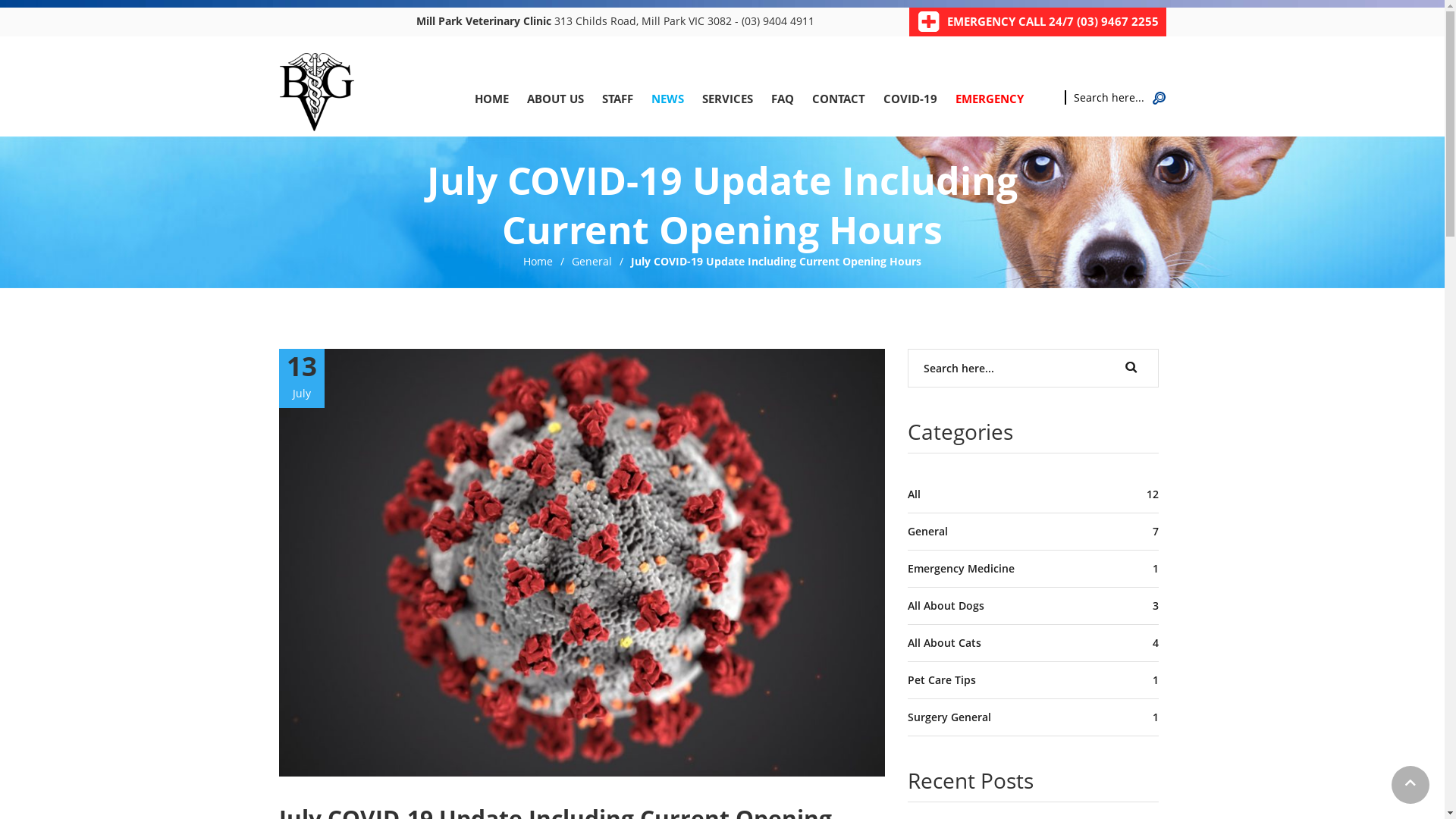  Describe the element at coordinates (1031, 717) in the screenshot. I see `'Surgery General` at that location.